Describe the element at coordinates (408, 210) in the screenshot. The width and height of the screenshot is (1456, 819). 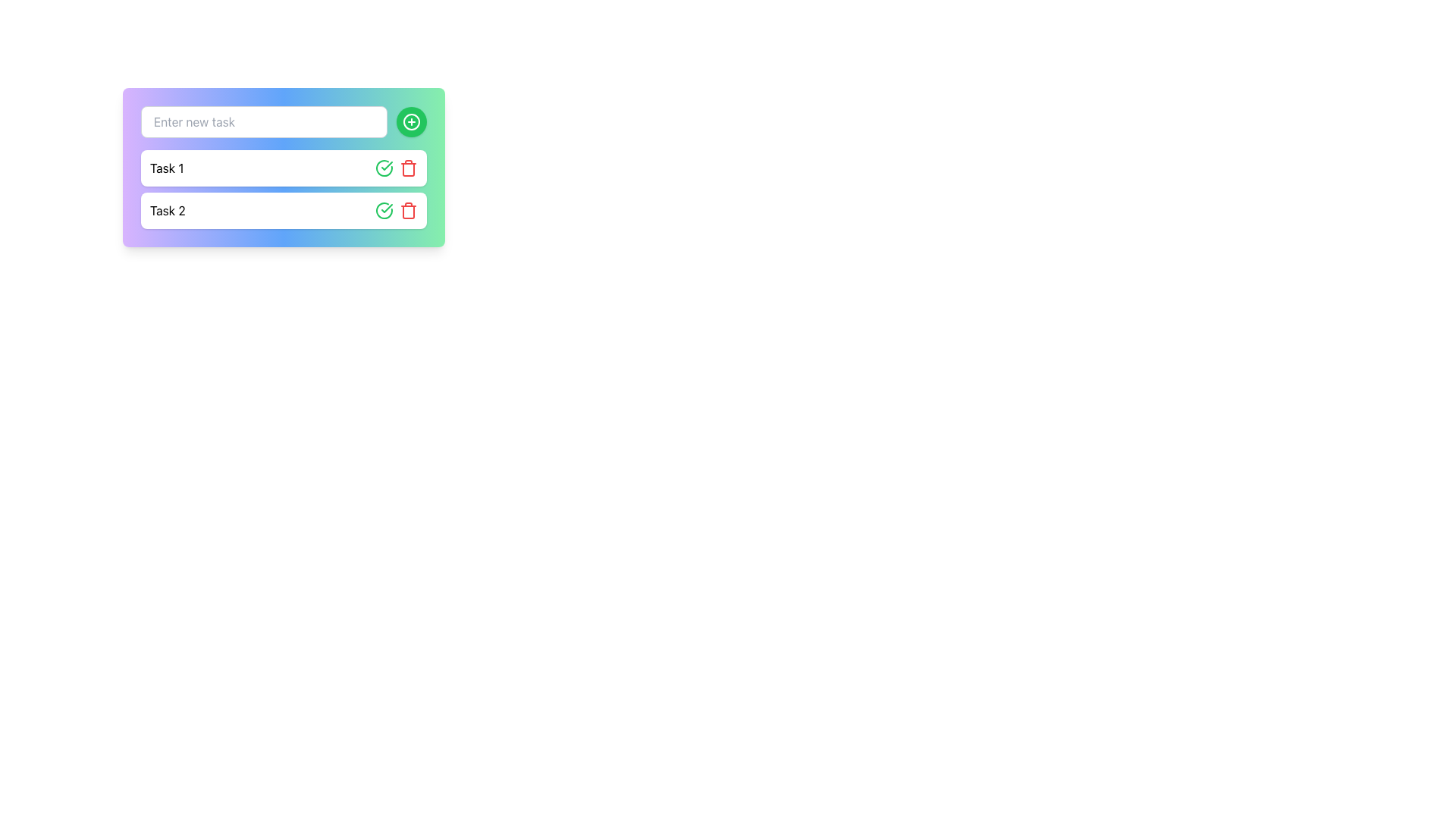
I see `the delete button located in the second row of the task list, on the far right, next to a green checkmark icon` at that location.